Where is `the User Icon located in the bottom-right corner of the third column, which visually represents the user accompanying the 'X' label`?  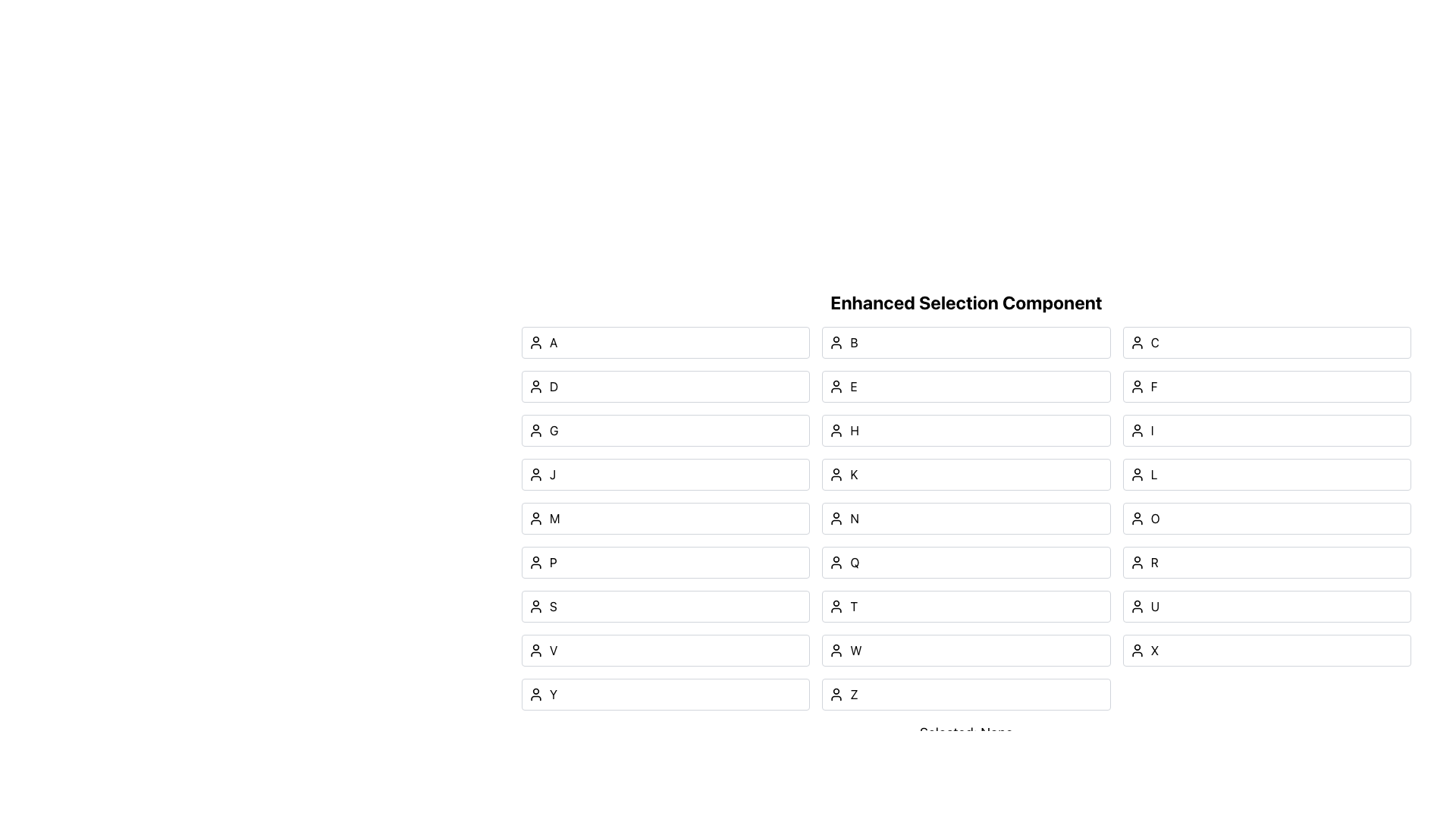
the User Icon located in the bottom-right corner of the third column, which visually represents the user accompanying the 'X' label is located at coordinates (1137, 649).